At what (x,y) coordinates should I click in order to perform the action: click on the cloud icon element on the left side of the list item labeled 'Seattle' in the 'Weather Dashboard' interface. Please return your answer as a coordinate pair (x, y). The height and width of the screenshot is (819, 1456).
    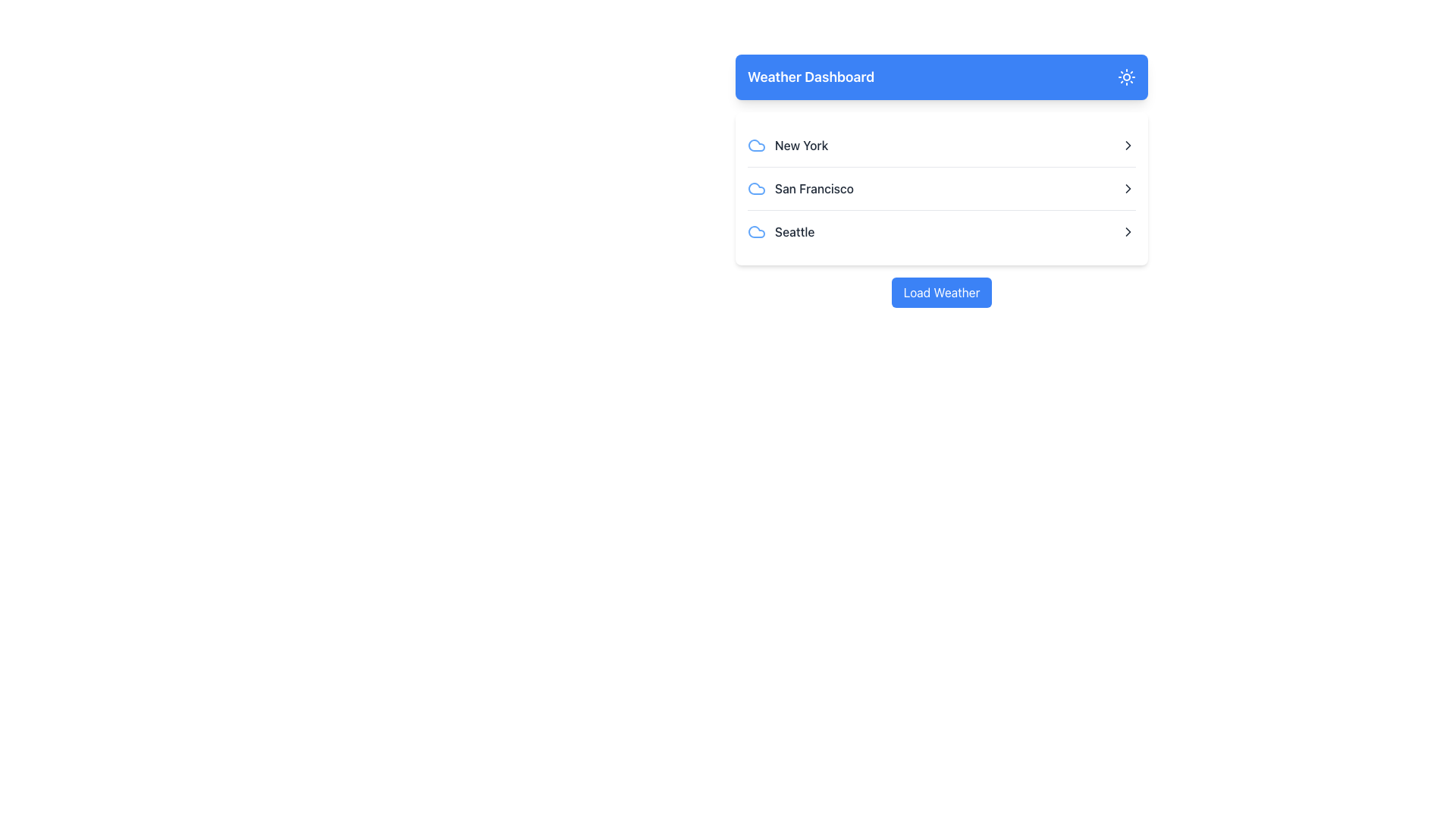
    Looking at the image, I should click on (757, 231).